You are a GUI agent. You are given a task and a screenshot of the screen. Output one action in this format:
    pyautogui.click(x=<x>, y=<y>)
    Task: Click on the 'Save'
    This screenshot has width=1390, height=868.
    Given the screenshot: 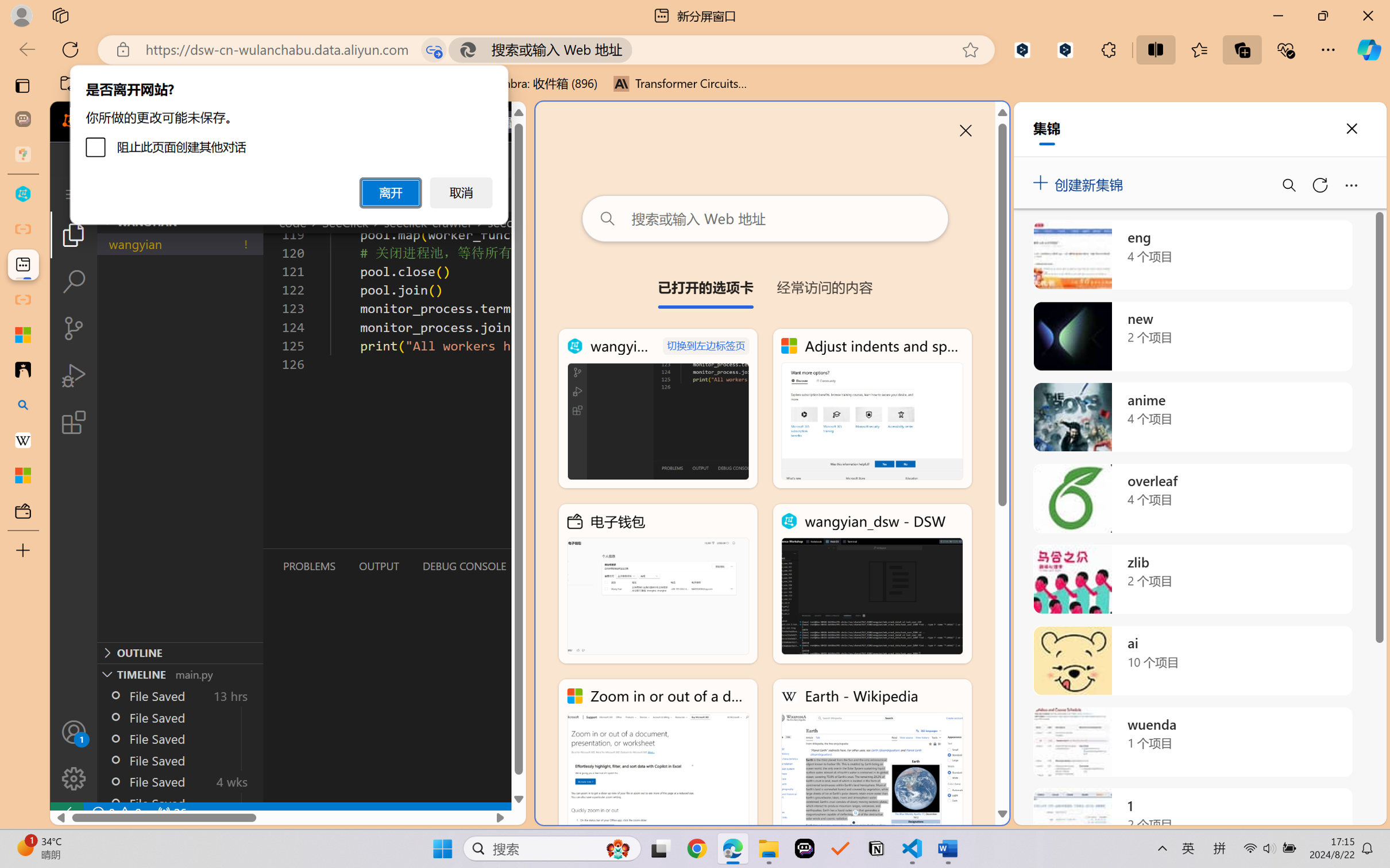 What is the action you would take?
    pyautogui.click(x=74, y=9)
    